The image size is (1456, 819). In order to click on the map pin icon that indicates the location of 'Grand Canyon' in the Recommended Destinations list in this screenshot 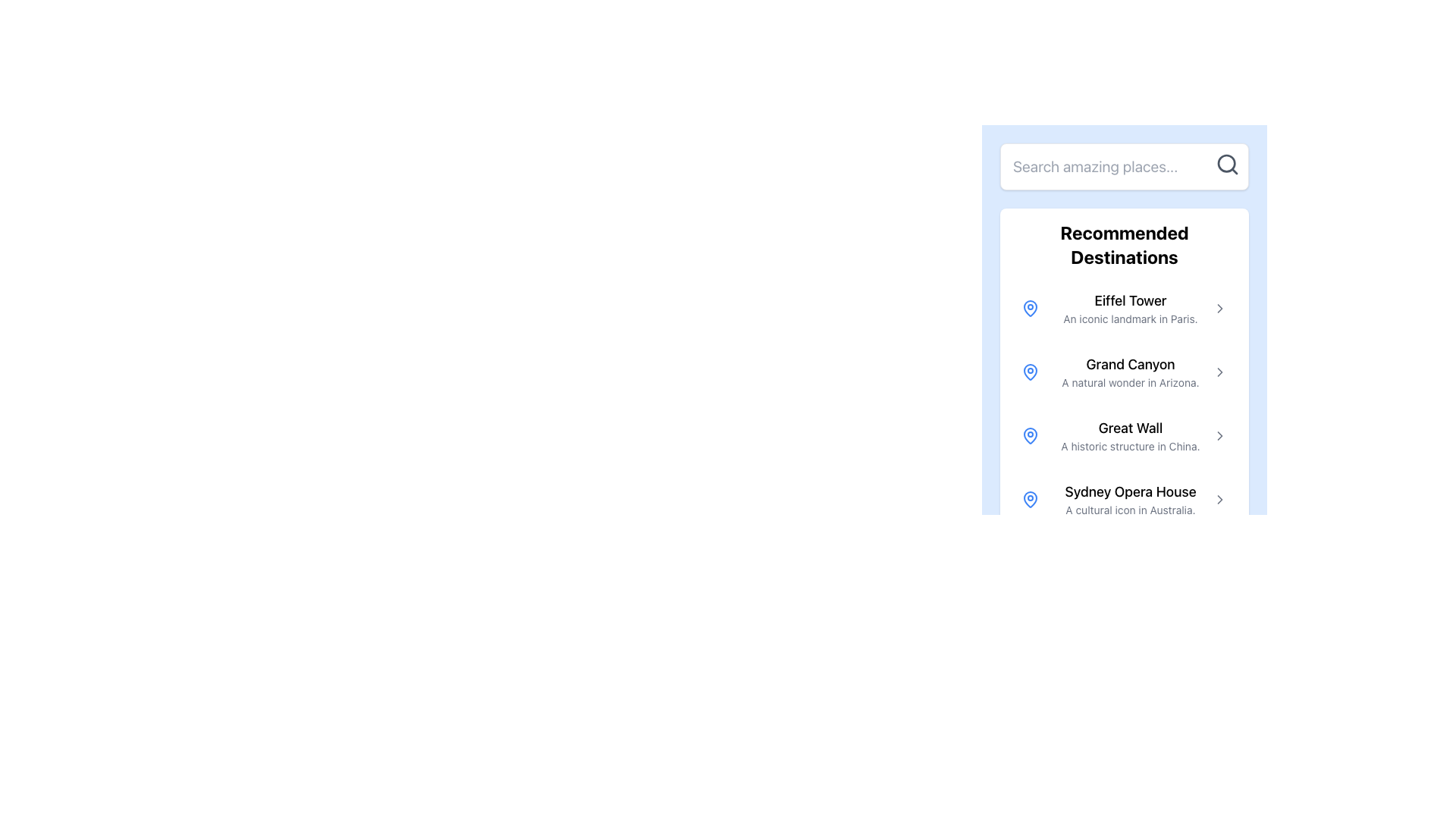, I will do `click(1030, 371)`.